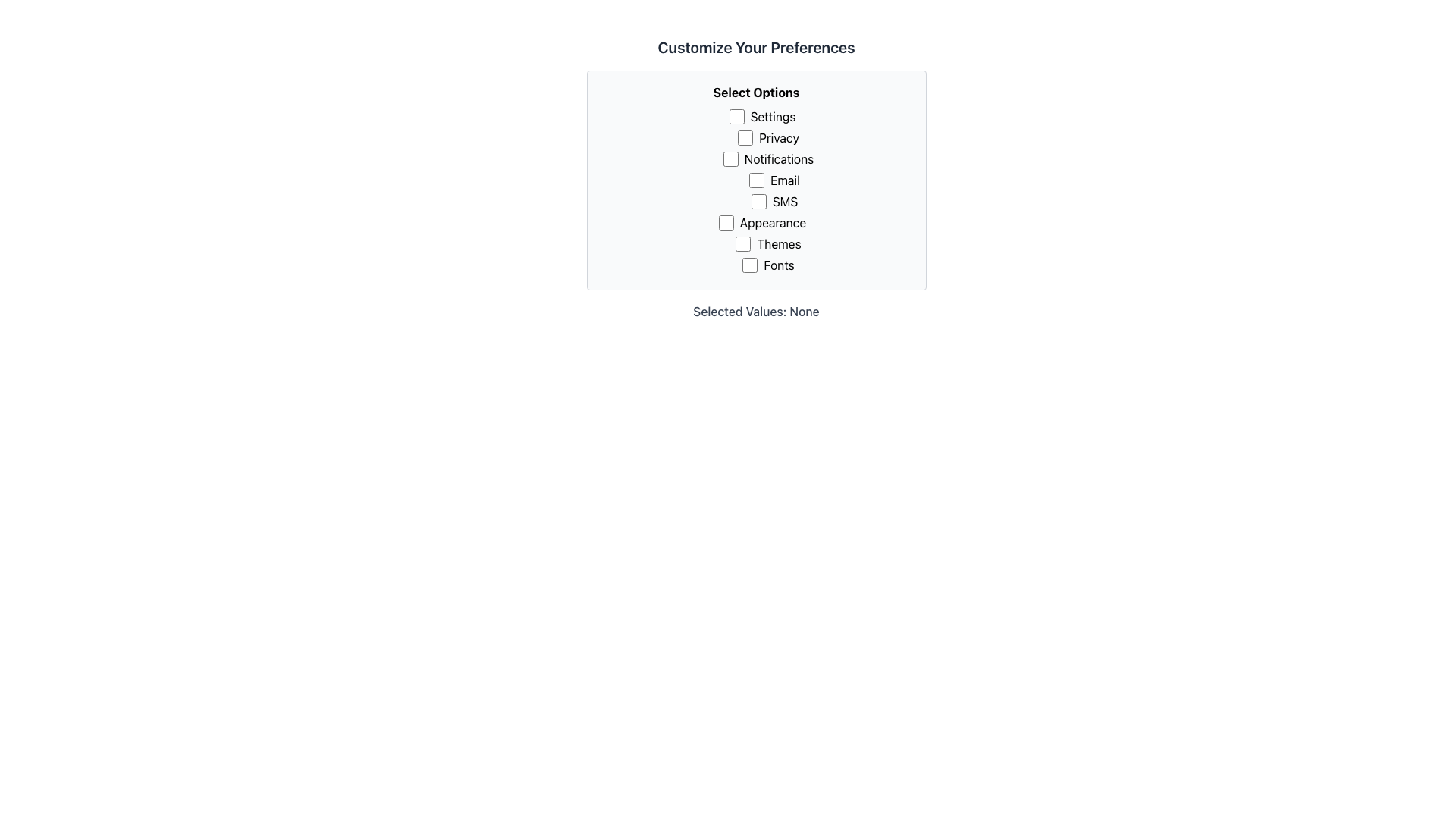 This screenshot has height=819, width=1456. What do you see at coordinates (730, 158) in the screenshot?
I see `the 'Notifications' checkbox` at bounding box center [730, 158].